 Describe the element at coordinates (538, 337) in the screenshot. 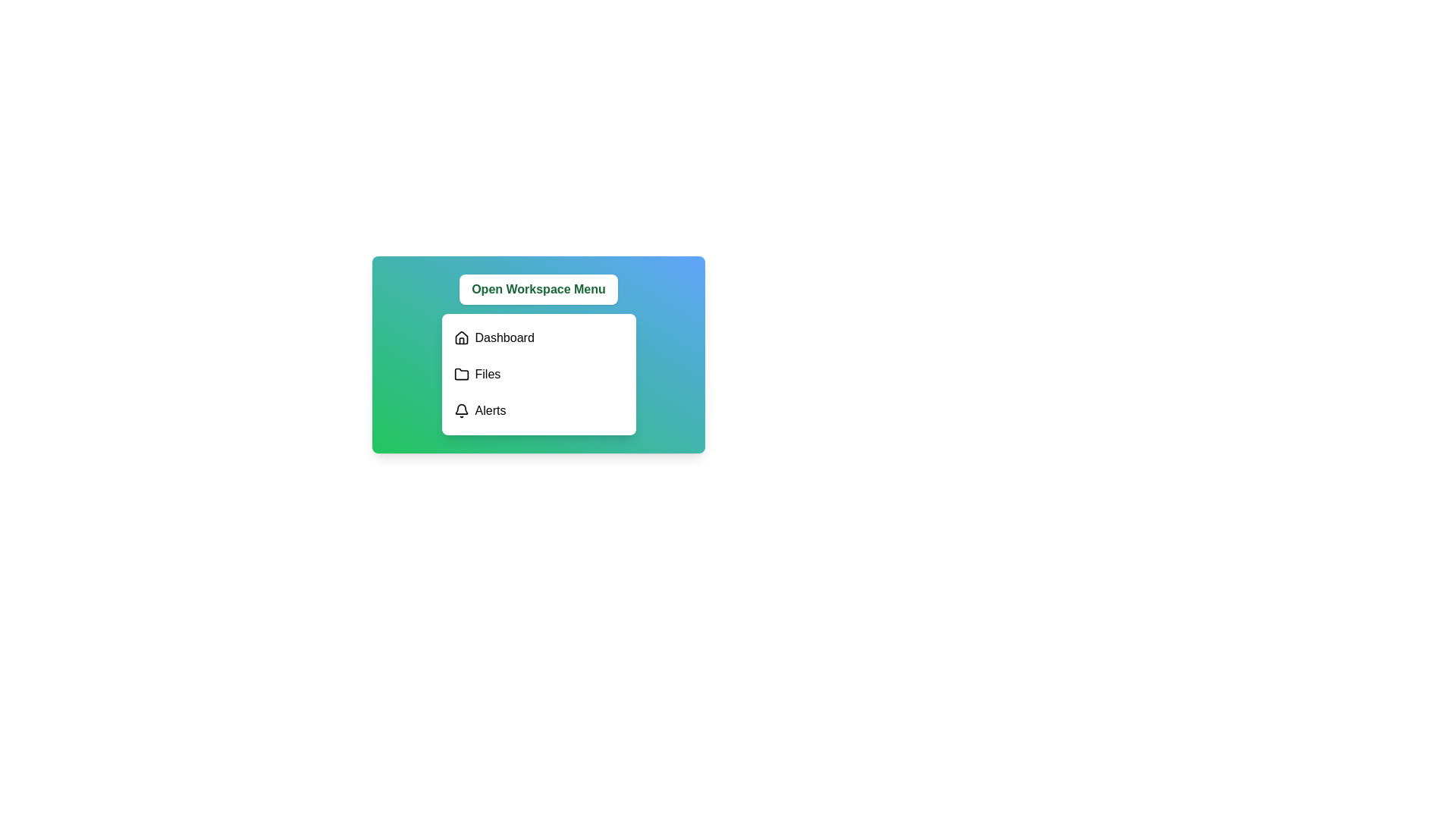

I see `the menu item Dashboard to select it` at that location.